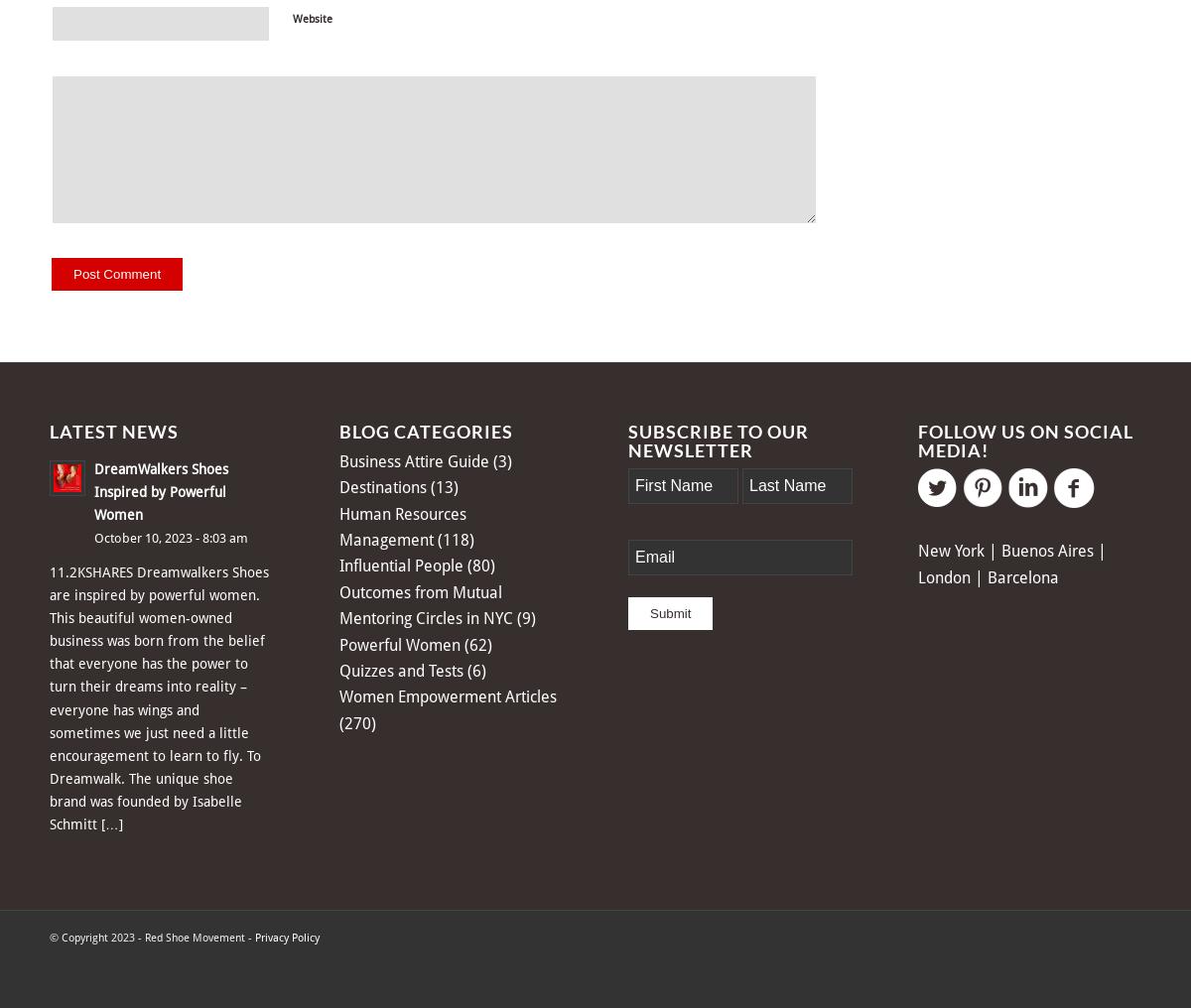 The image size is (1191, 1008). Describe the element at coordinates (313, 17) in the screenshot. I see `'Website'` at that location.